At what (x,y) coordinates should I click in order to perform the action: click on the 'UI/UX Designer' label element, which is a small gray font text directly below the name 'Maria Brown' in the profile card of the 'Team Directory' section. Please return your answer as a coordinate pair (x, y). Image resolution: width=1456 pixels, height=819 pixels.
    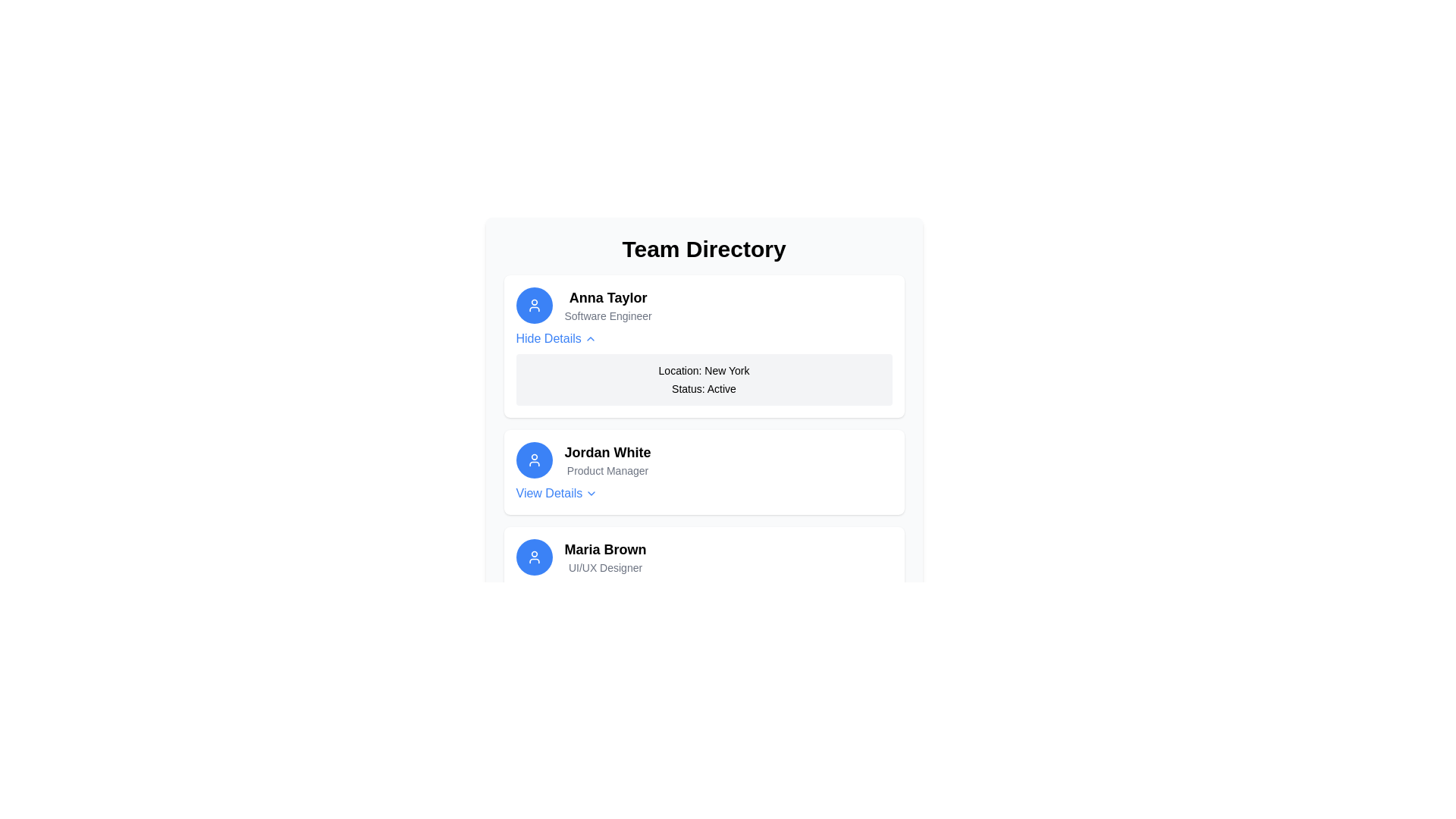
    Looking at the image, I should click on (604, 567).